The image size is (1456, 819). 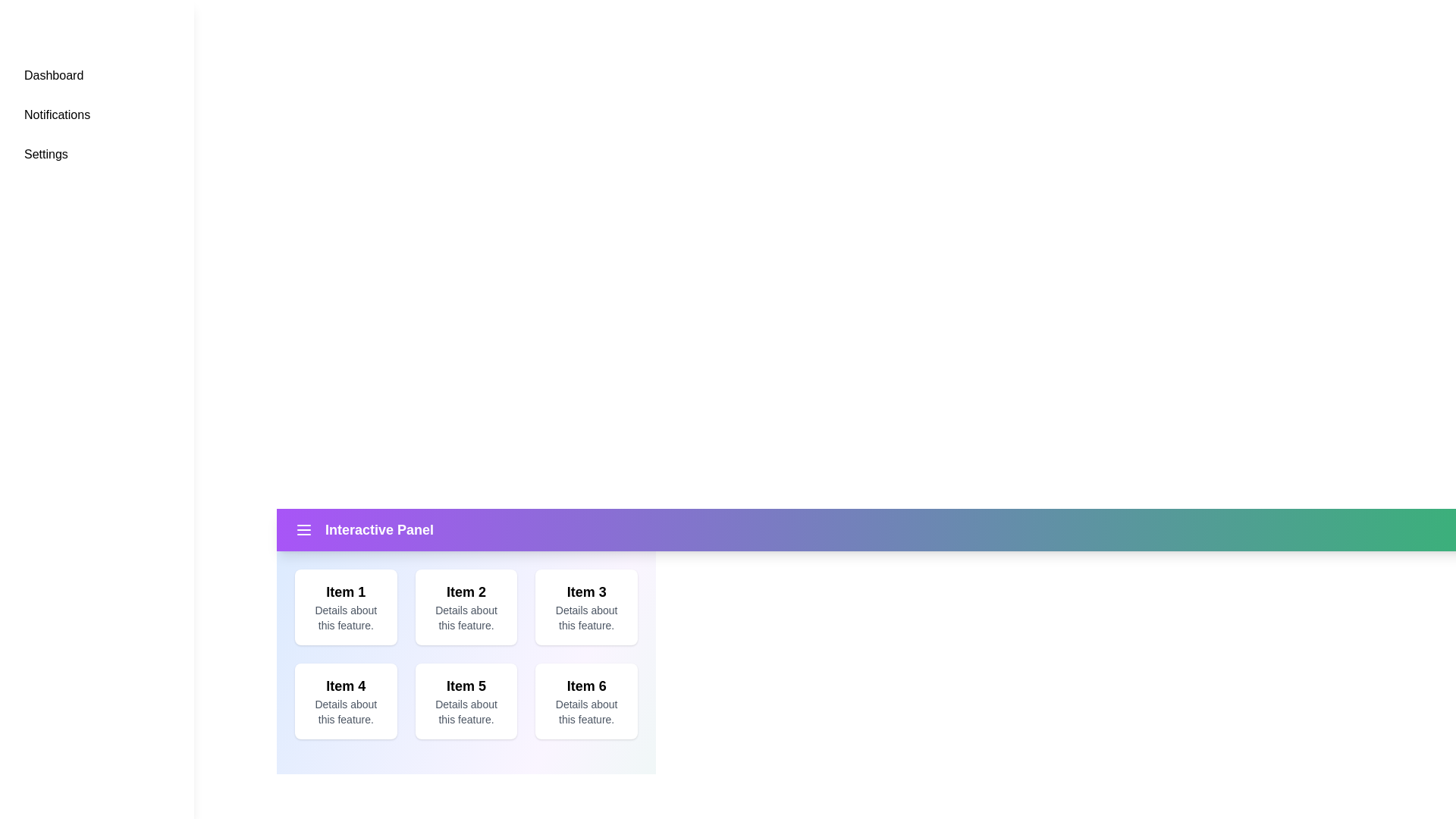 I want to click on the horizontally elongated button labeled 'Dashboard' with rounded corners, so click(x=96, y=76).